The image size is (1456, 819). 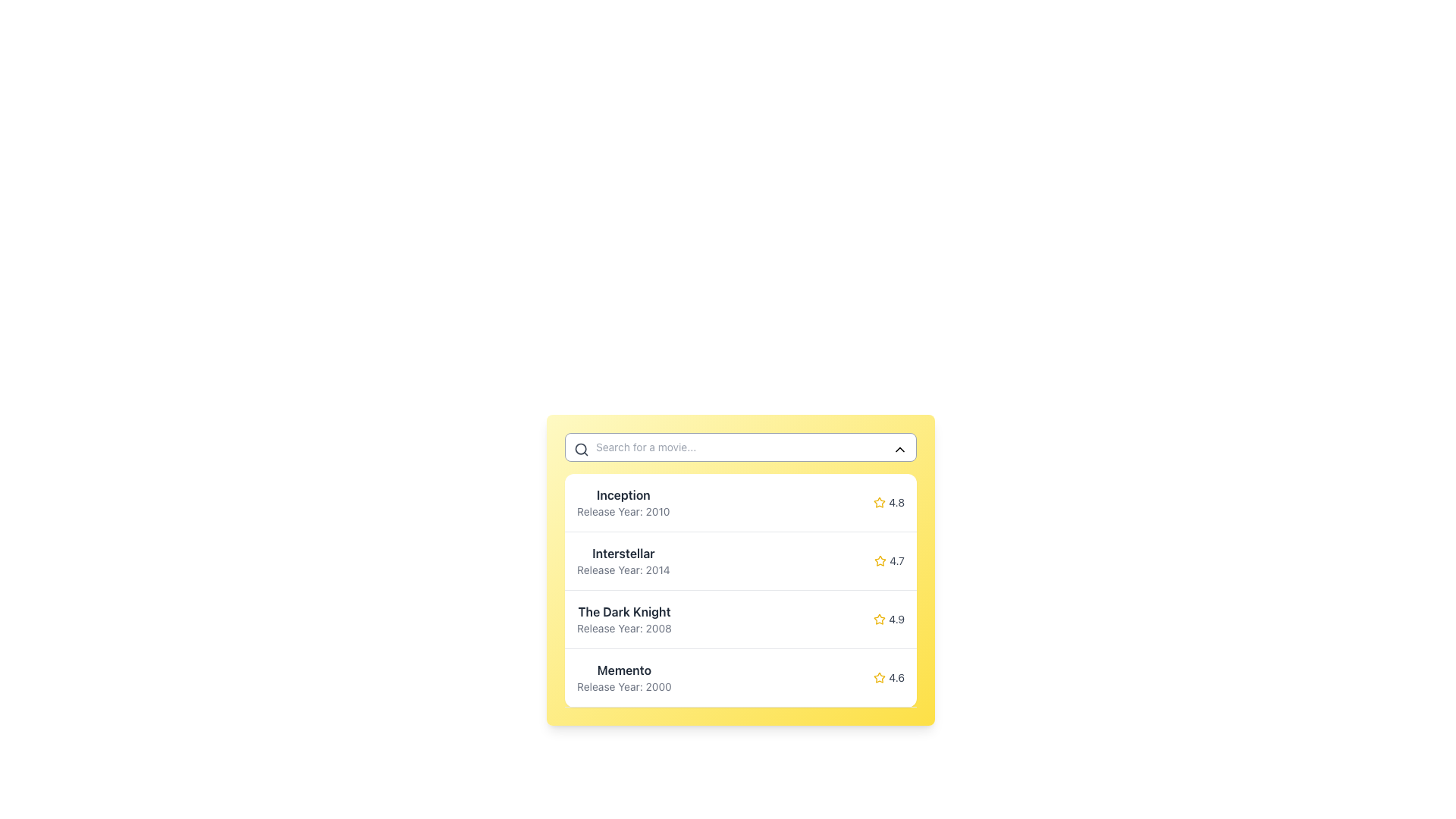 I want to click on the non-interactive text element that provides the release year of the movie 'Memento', located as subtext below the title in the fourth entry of the movie listing, so click(x=624, y=687).